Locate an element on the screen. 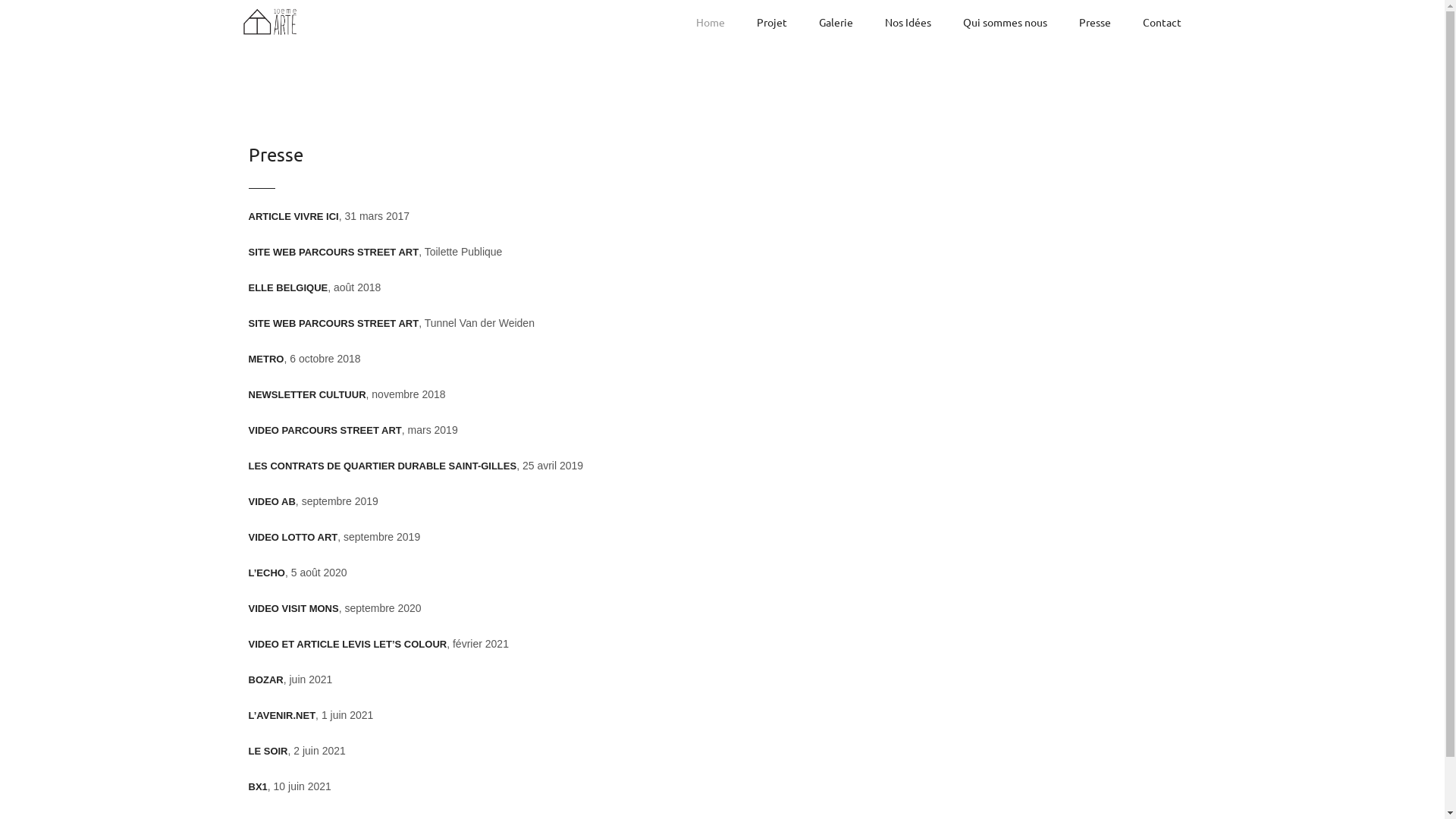 This screenshot has width=1456, height=819. 'NEWSLETTER CULTUUR' is located at coordinates (306, 394).